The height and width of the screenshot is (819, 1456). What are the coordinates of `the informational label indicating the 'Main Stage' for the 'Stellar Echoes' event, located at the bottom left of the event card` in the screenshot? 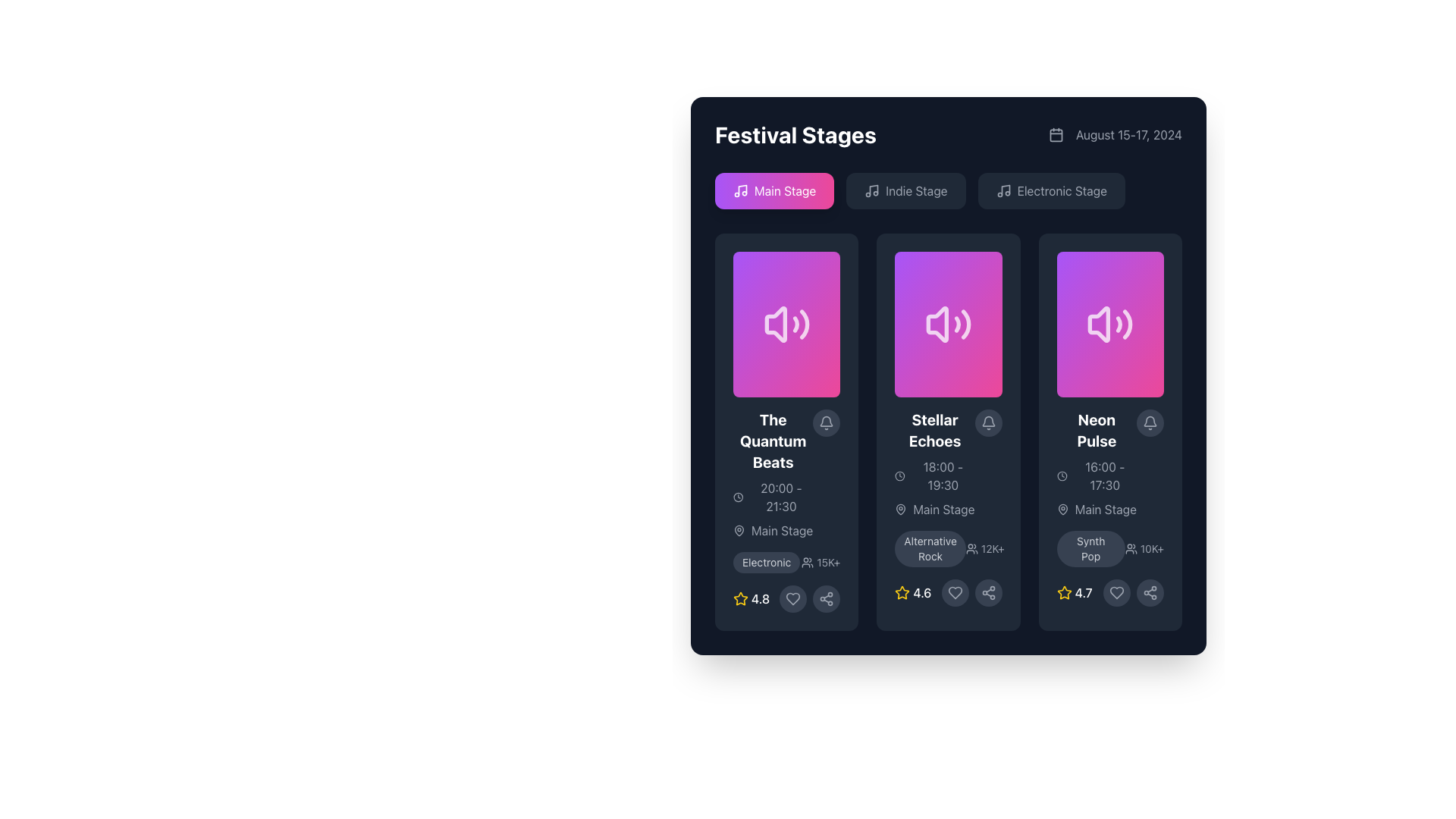 It's located at (934, 509).